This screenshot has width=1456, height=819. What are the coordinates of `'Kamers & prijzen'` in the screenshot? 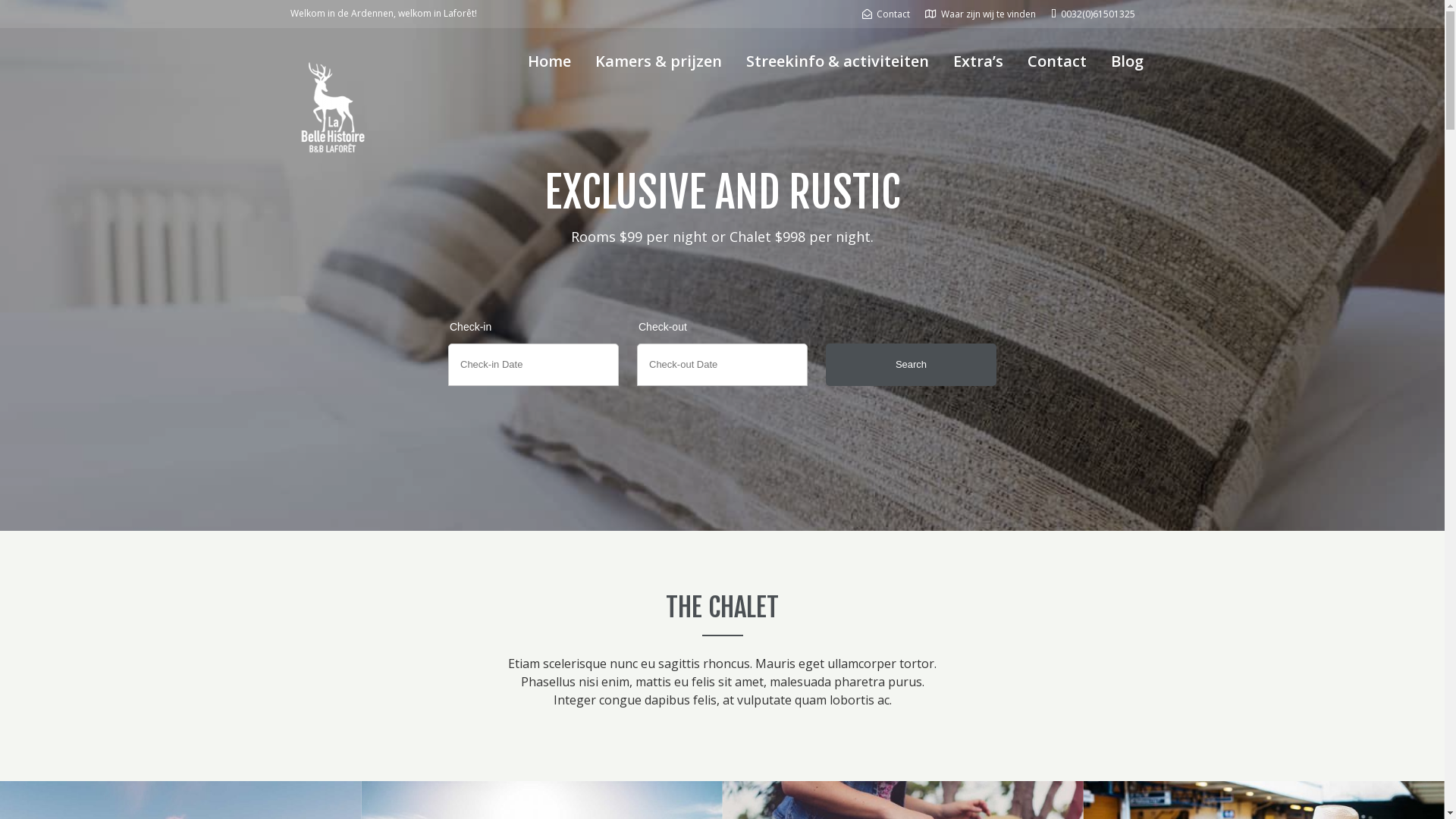 It's located at (593, 61).